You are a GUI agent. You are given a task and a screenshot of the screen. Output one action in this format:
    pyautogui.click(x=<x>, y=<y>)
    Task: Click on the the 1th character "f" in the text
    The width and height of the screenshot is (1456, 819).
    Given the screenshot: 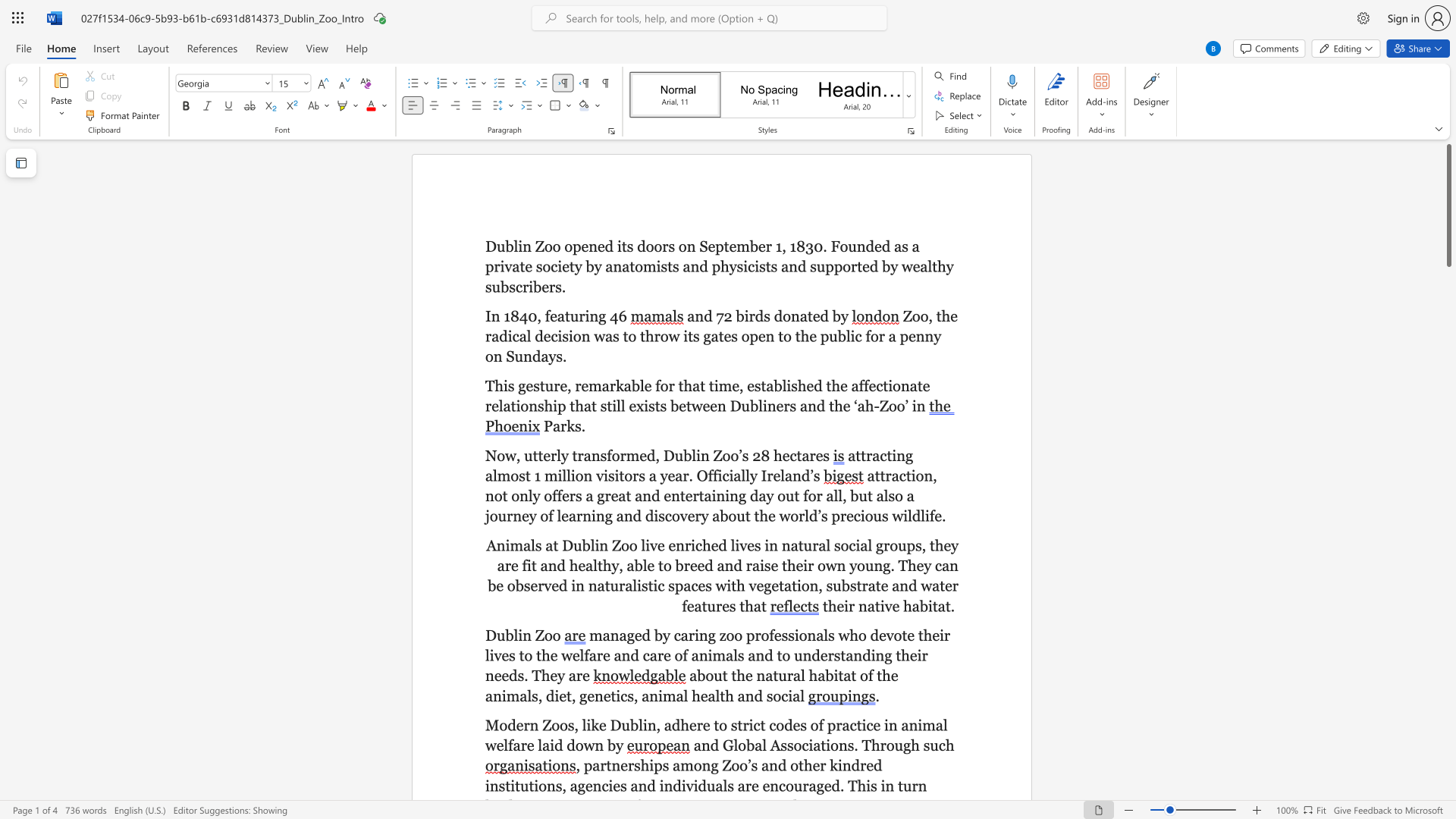 What is the action you would take?
    pyautogui.click(x=546, y=315)
    